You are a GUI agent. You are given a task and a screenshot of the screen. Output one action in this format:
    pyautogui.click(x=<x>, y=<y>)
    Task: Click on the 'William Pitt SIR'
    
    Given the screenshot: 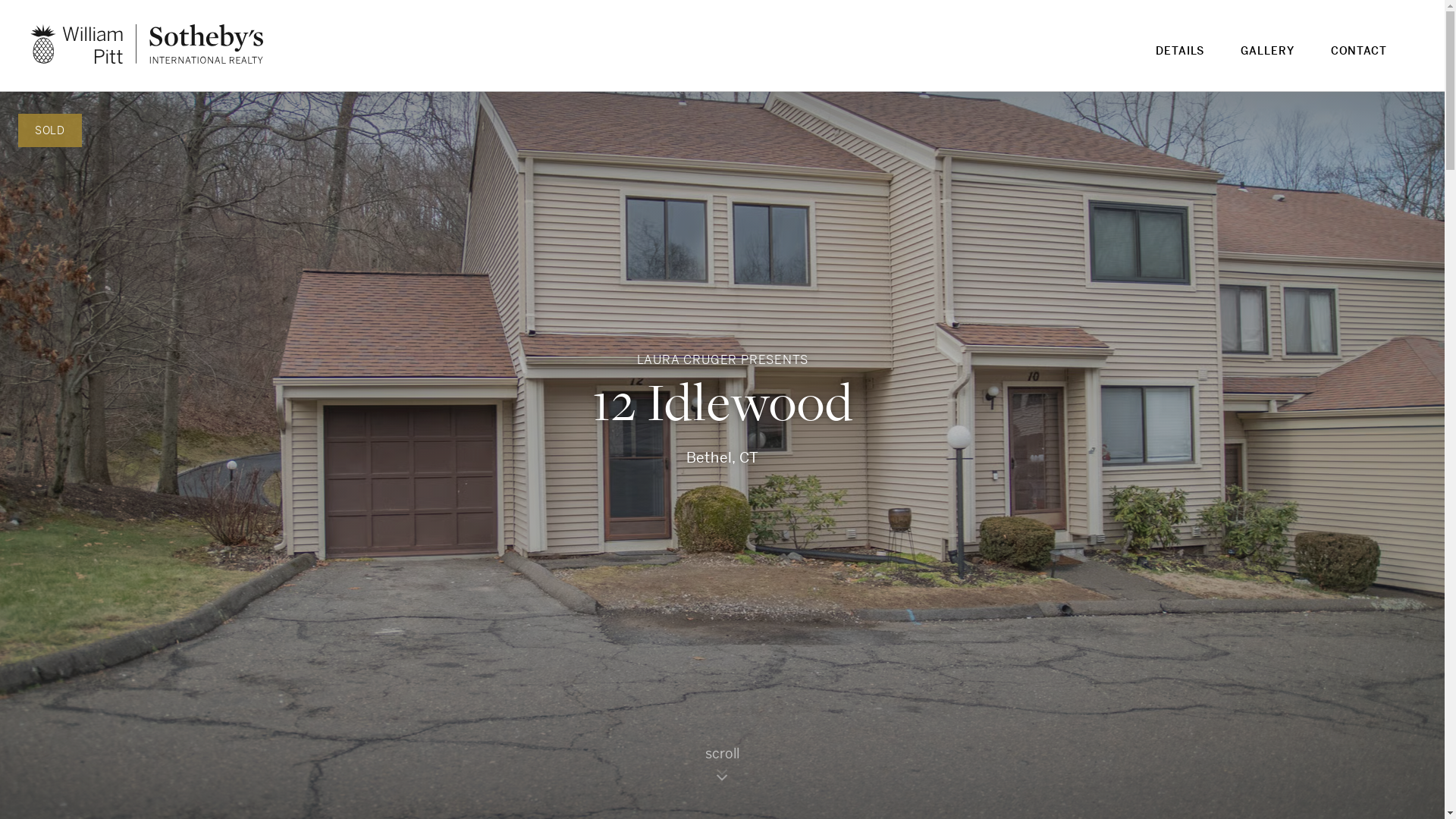 What is the action you would take?
    pyautogui.click(x=146, y=42)
    